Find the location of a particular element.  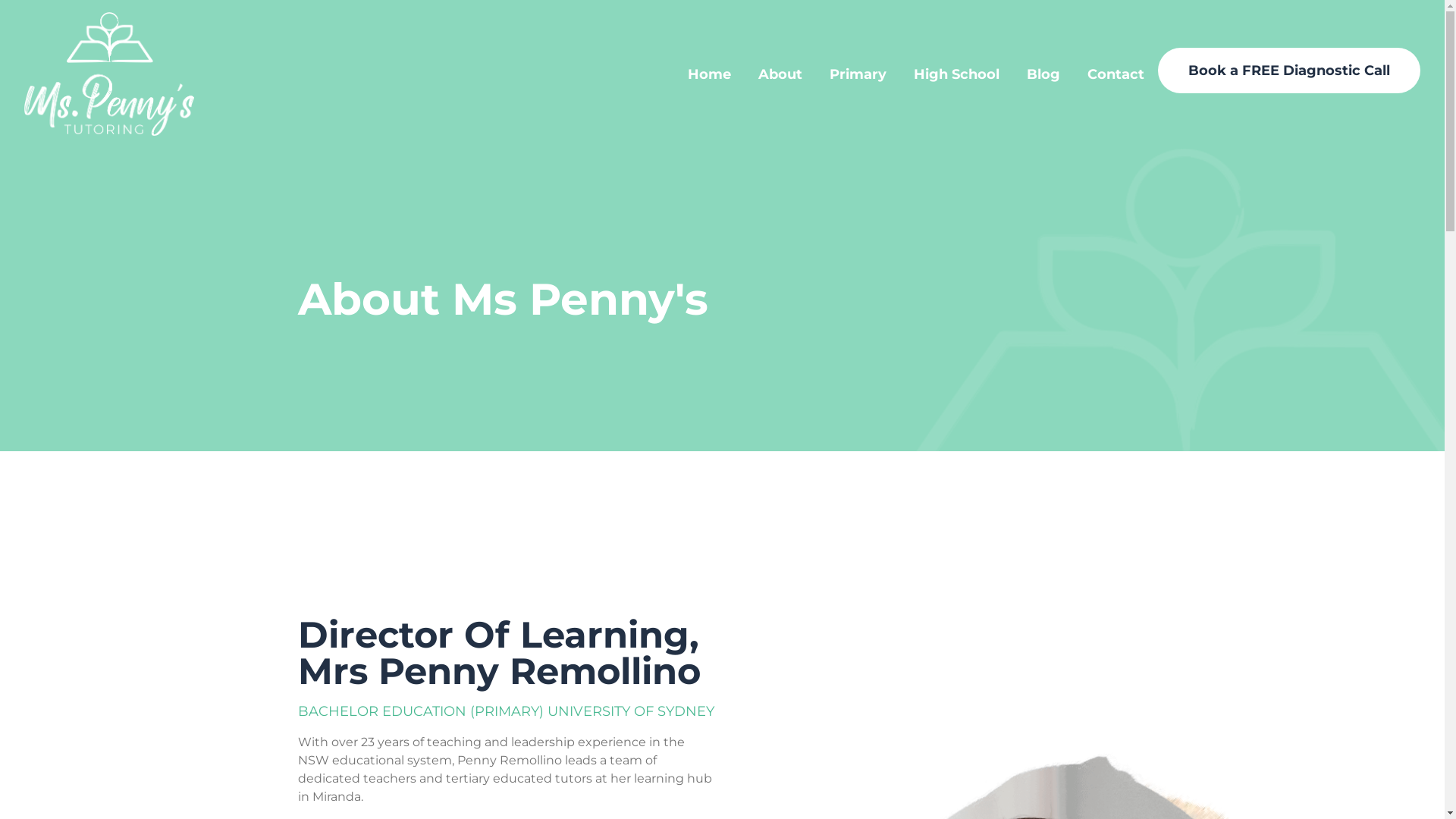

'Blog' is located at coordinates (1012, 73).